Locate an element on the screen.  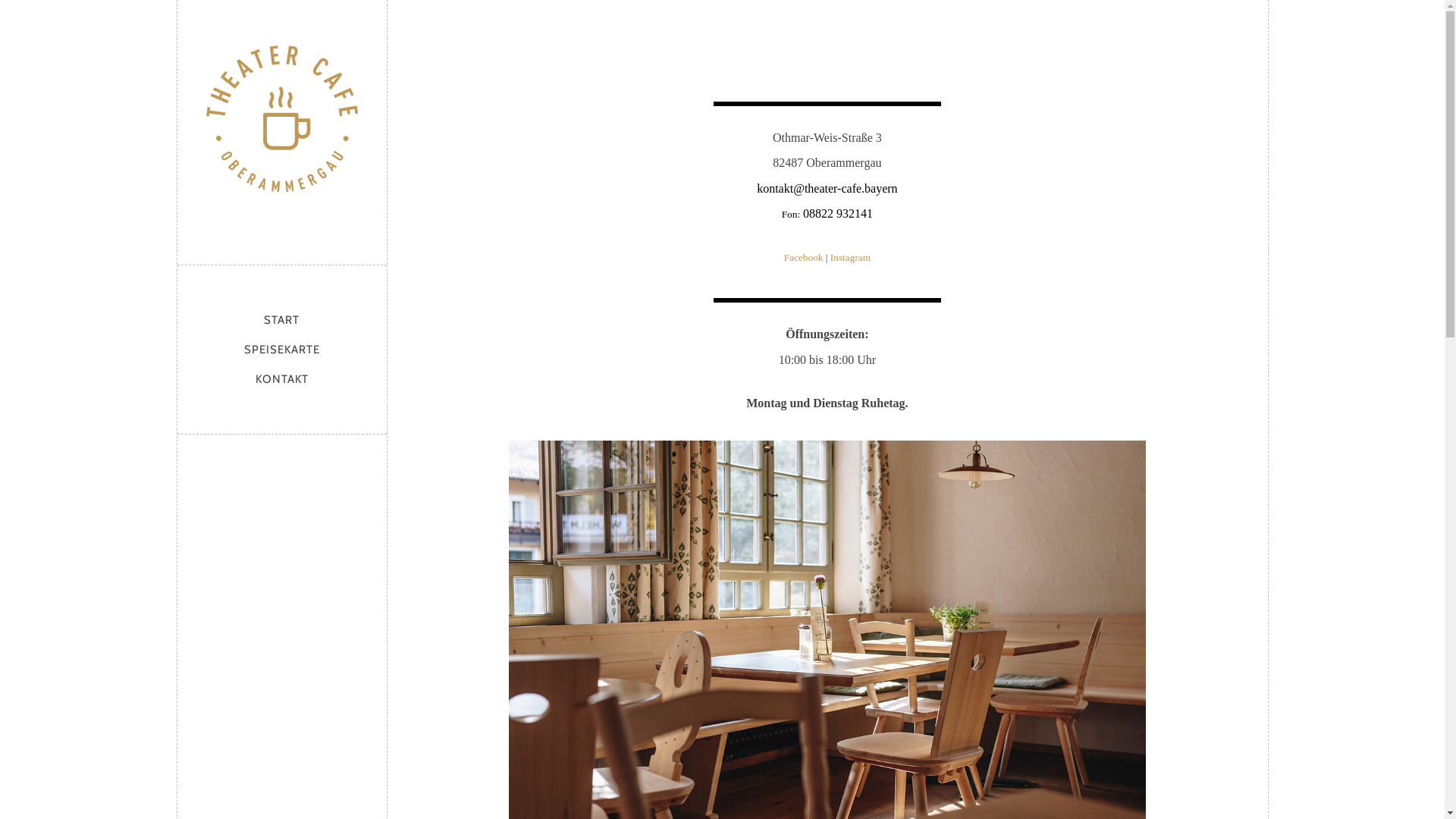
'SPEISEKARTE' is located at coordinates (282, 350).